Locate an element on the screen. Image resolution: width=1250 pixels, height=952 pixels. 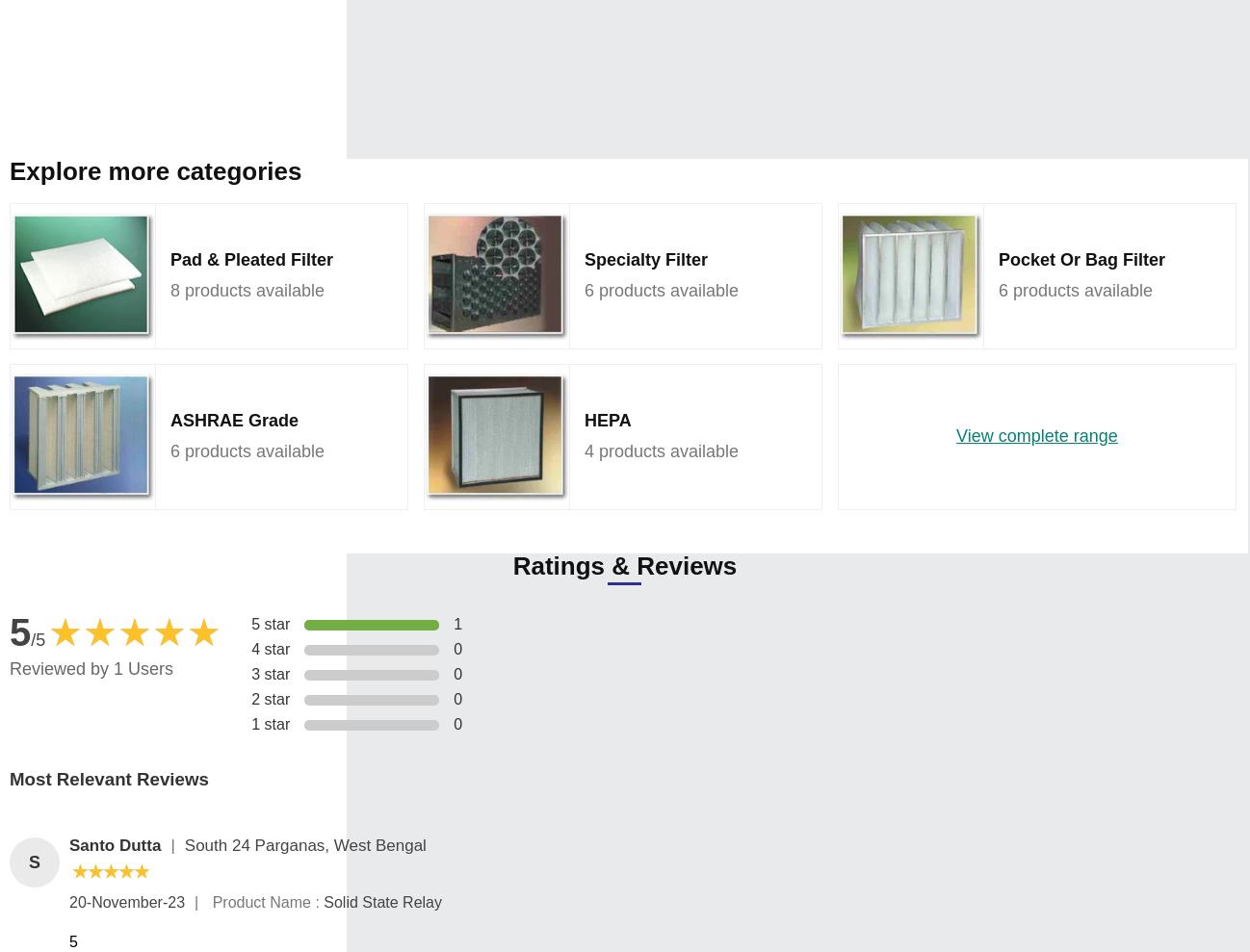
'Reviewed by 1 Users' is located at coordinates (91, 667).